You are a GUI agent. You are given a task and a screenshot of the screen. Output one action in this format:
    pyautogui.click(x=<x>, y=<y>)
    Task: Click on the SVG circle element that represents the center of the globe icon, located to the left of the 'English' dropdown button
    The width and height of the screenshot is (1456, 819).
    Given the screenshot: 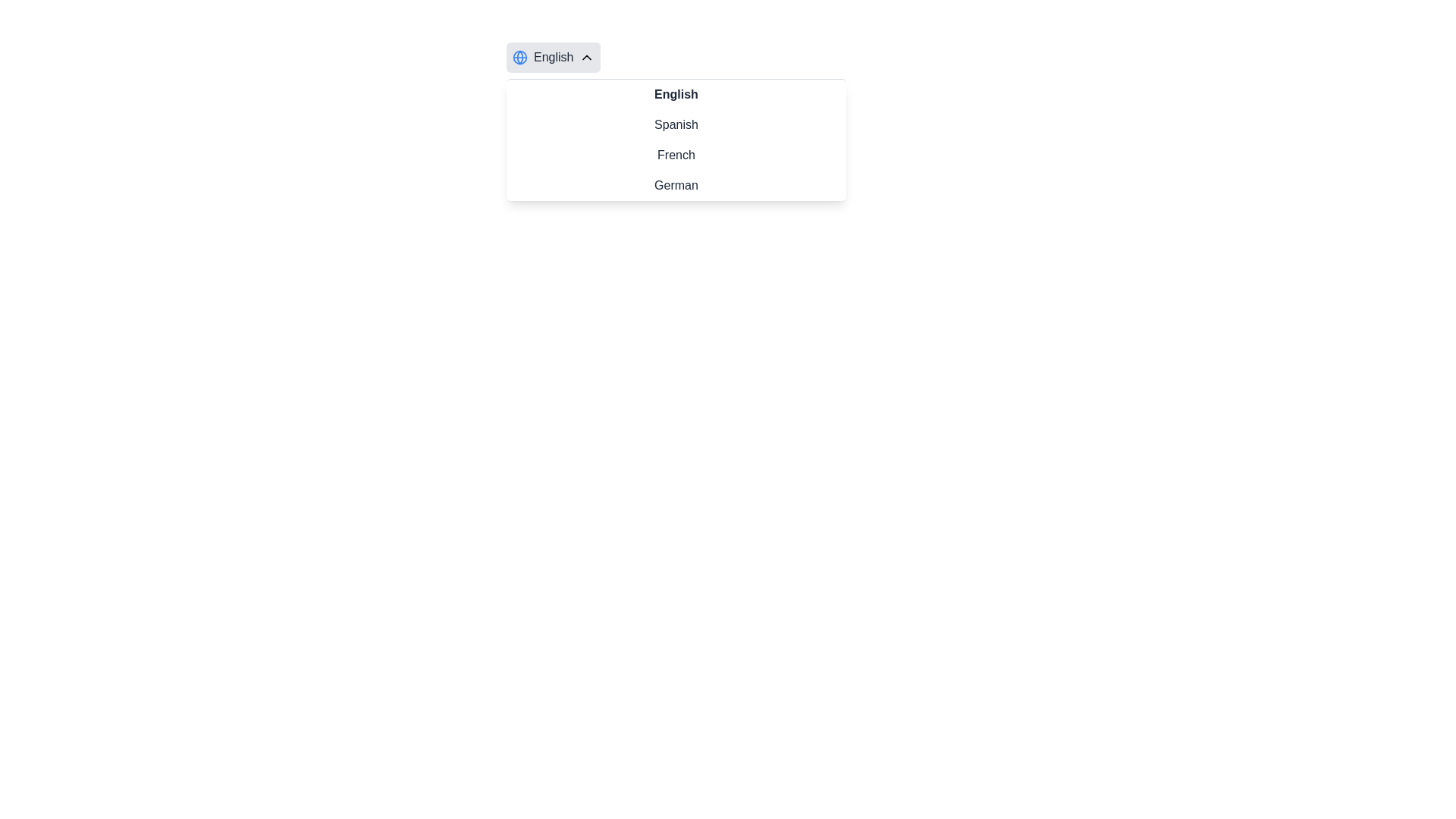 What is the action you would take?
    pyautogui.click(x=520, y=57)
    